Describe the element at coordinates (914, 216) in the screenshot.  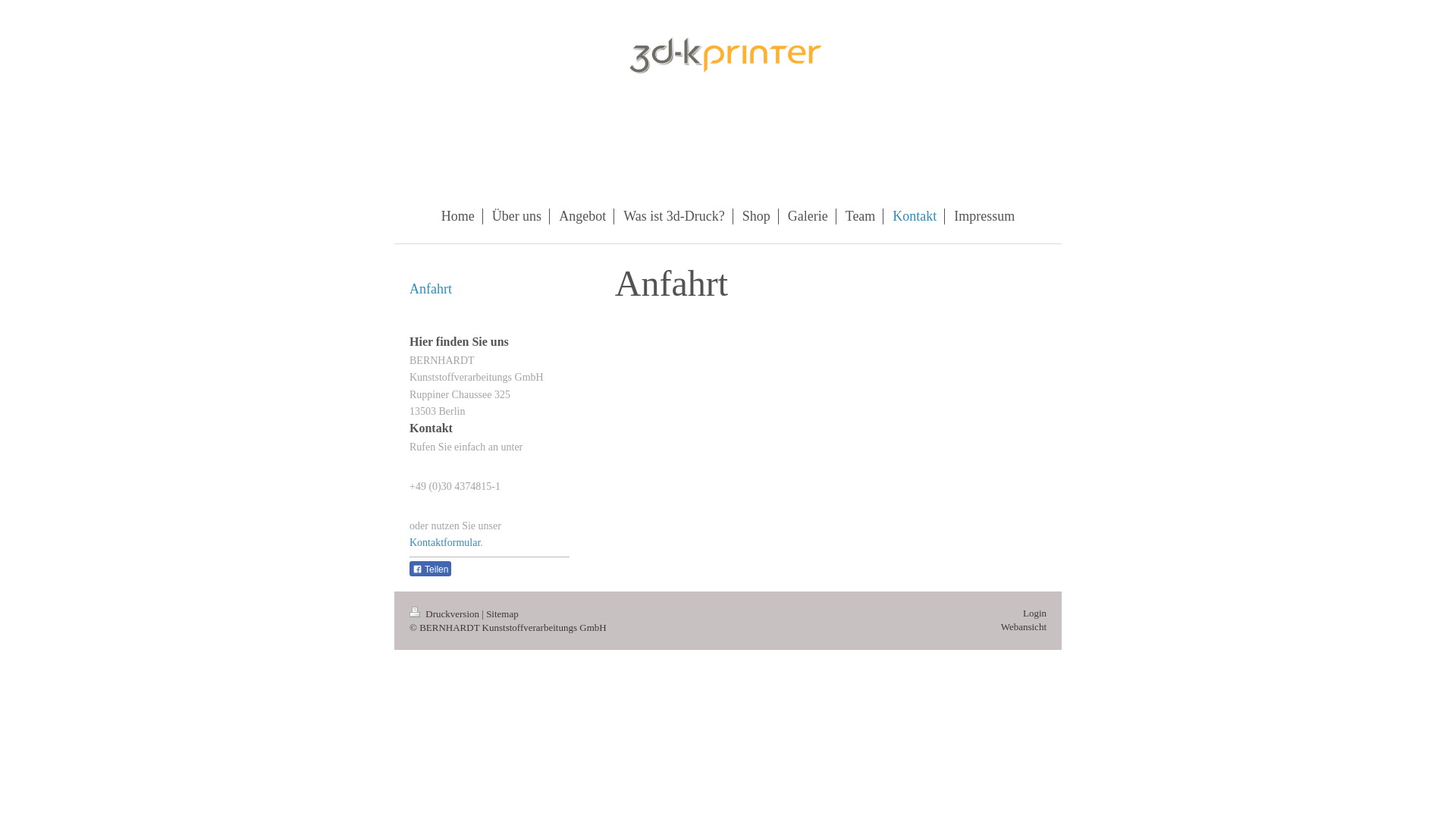
I see `'Kontakt'` at that location.